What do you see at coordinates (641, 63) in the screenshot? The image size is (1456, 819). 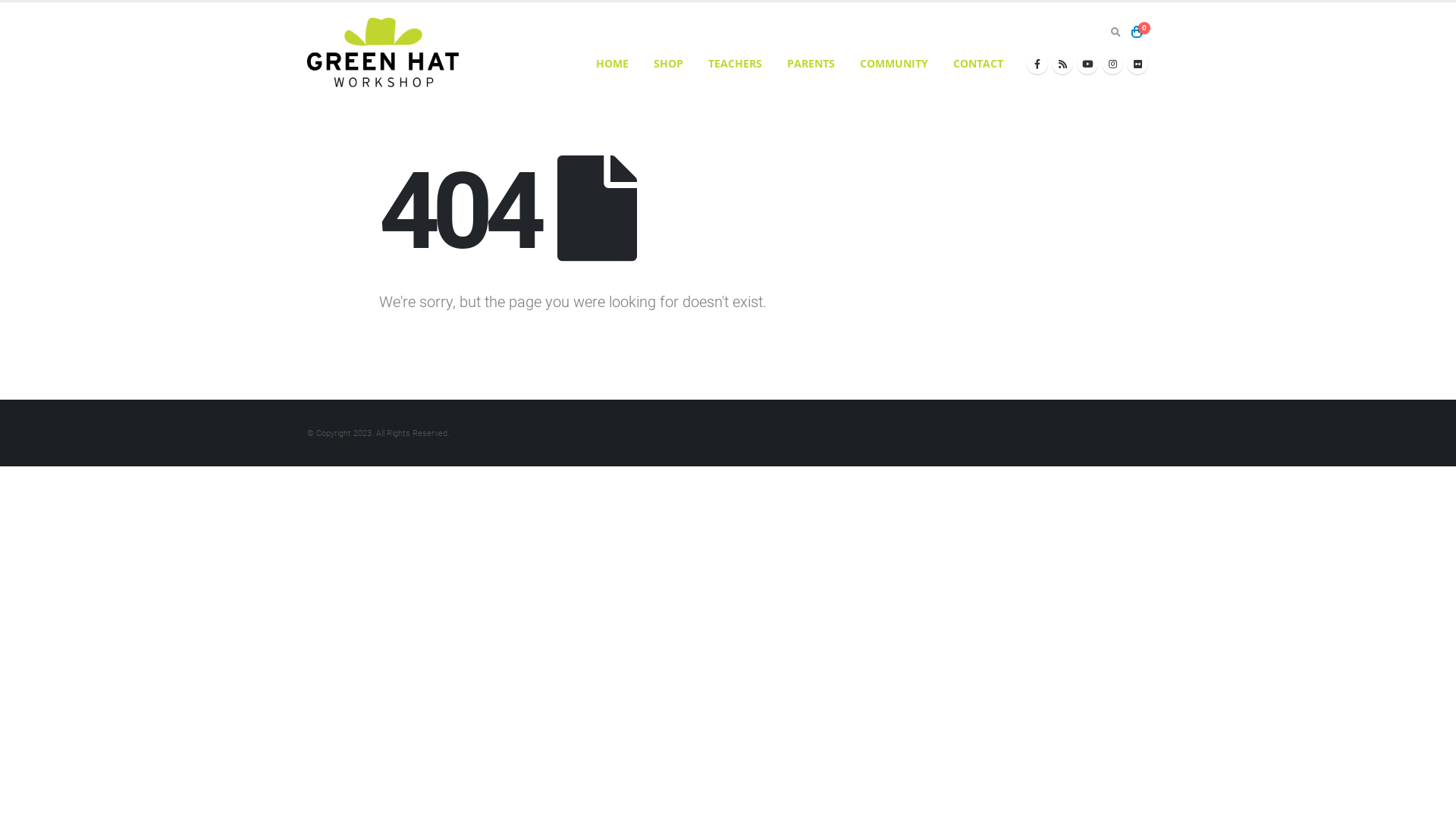 I see `'SHOP'` at bounding box center [641, 63].